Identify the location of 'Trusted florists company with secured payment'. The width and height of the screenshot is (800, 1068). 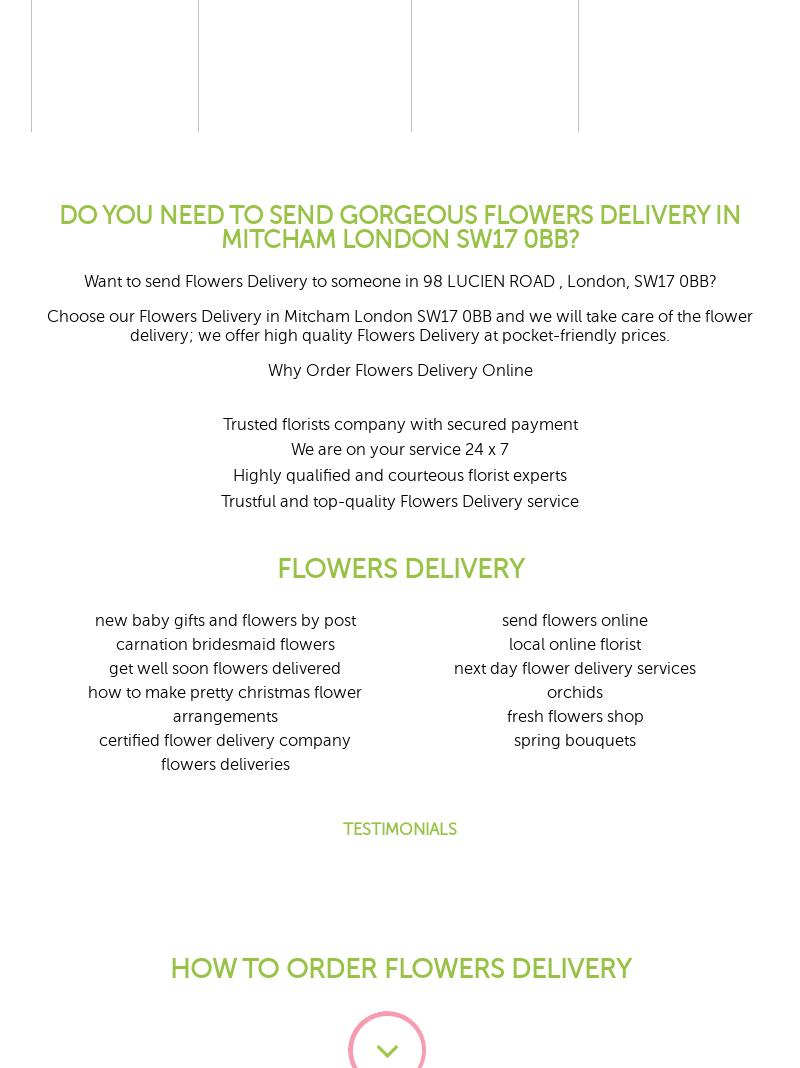
(222, 423).